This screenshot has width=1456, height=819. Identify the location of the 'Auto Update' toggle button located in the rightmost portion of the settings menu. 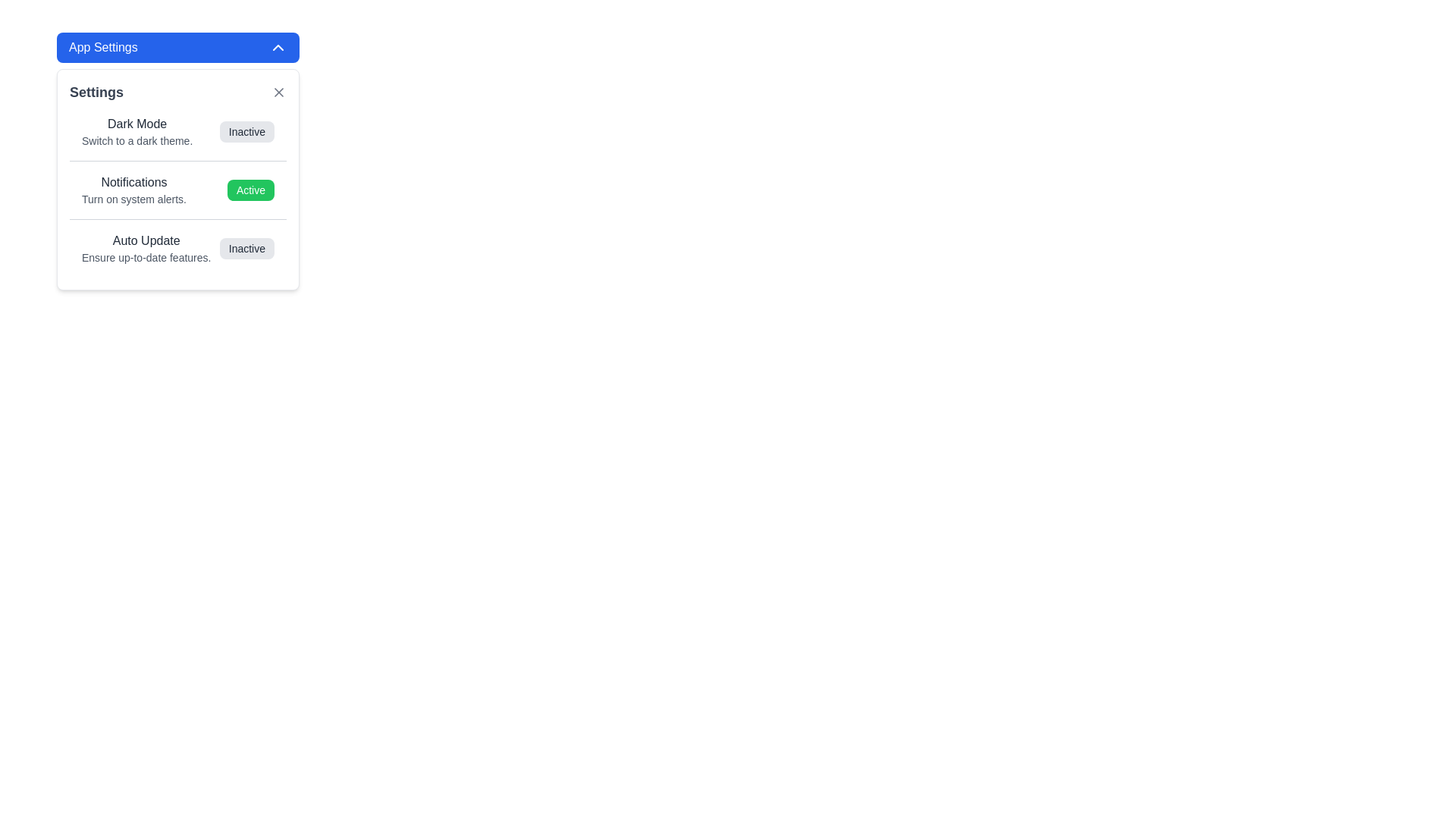
(246, 247).